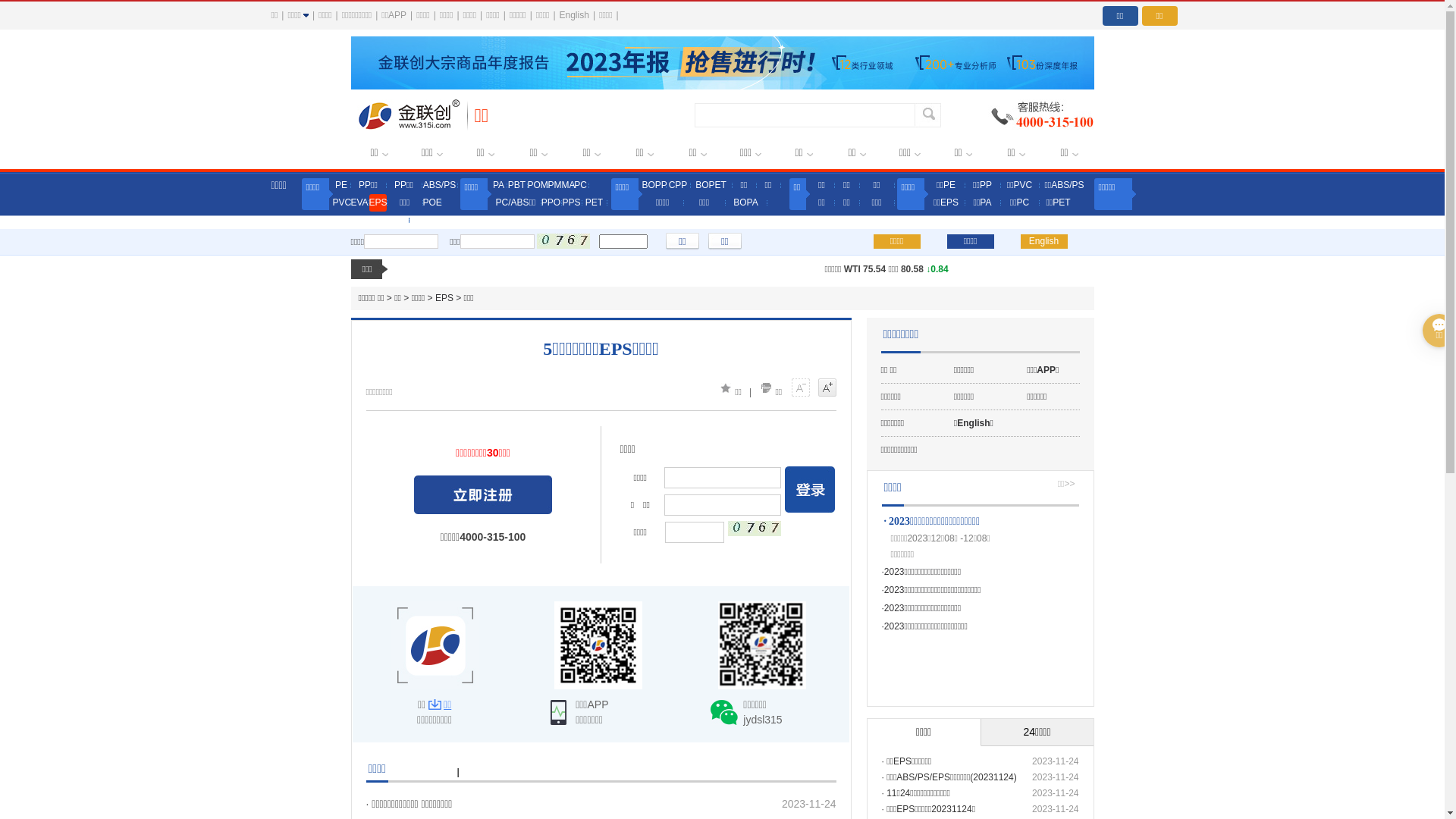 The image size is (1456, 819). Describe the element at coordinates (1043, 240) in the screenshot. I see `'English'` at that location.